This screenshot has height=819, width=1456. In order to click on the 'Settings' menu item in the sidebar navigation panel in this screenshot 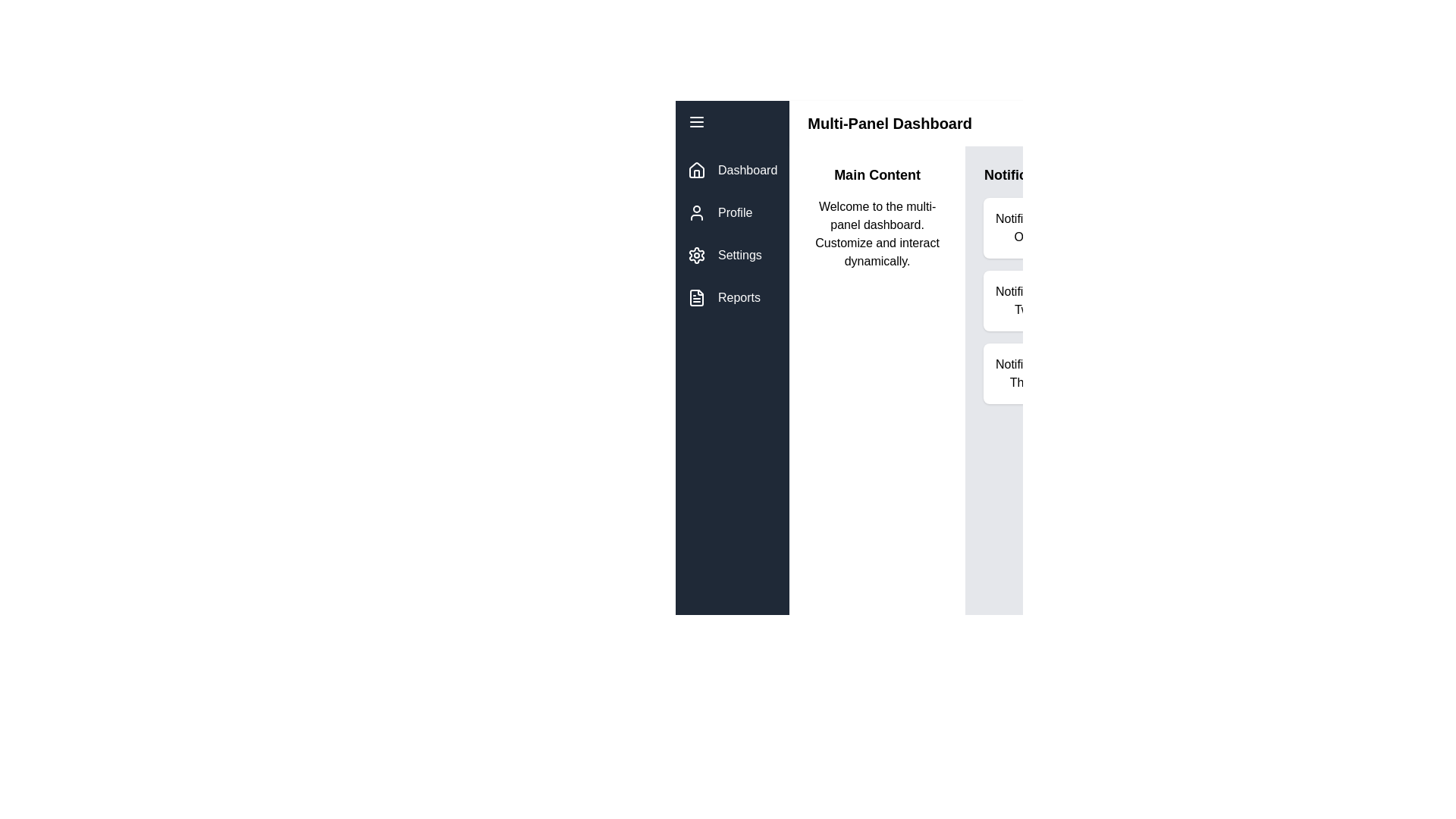, I will do `click(732, 254)`.